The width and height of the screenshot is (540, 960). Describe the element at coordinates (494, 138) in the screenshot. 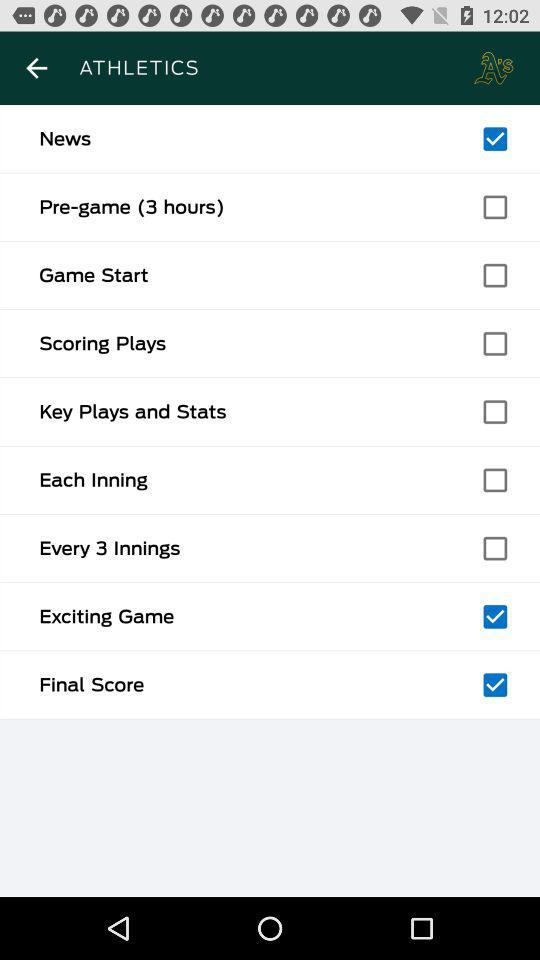

I see `to receive news` at that location.